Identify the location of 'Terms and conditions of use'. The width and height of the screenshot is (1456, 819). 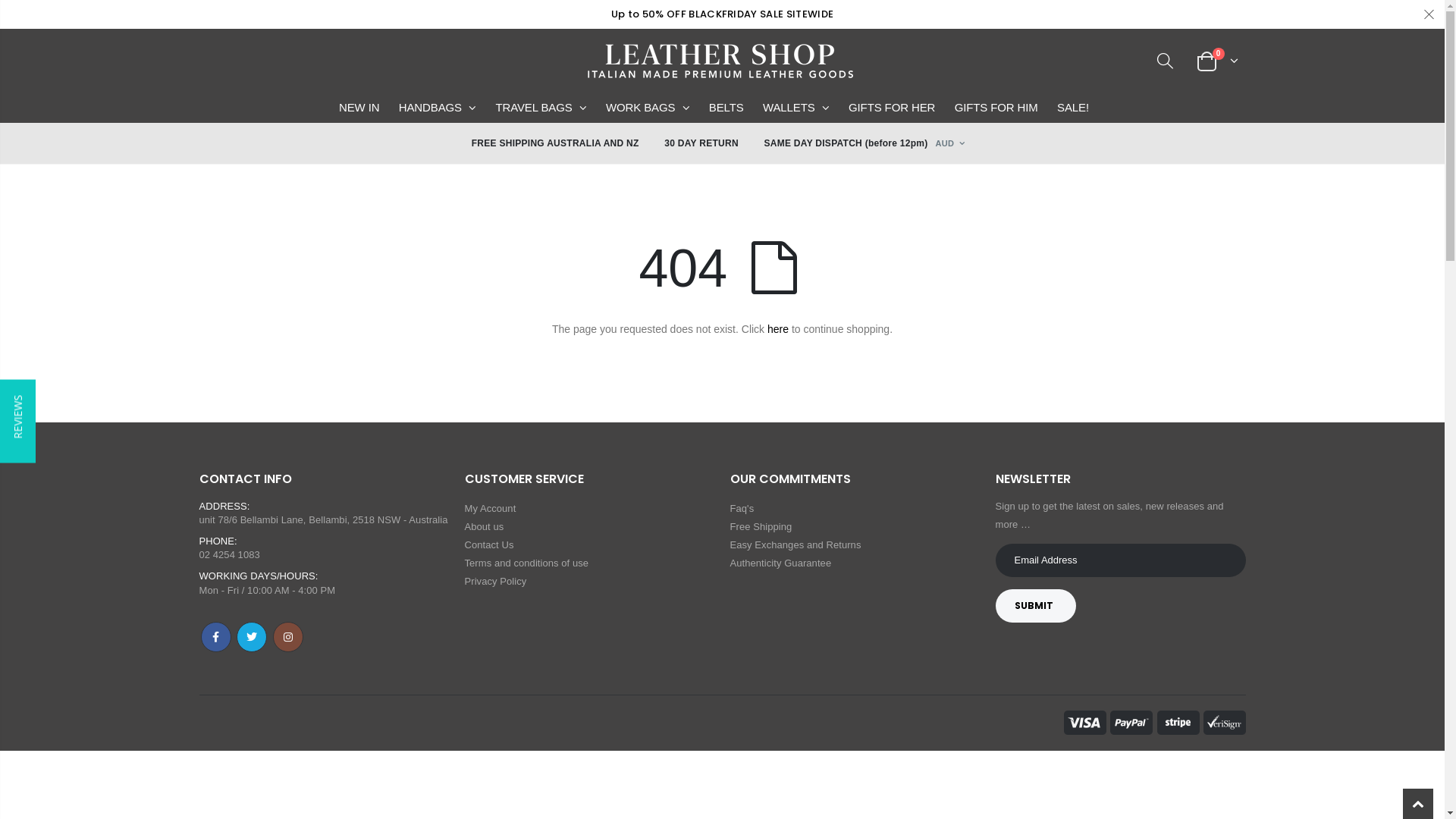
(526, 563).